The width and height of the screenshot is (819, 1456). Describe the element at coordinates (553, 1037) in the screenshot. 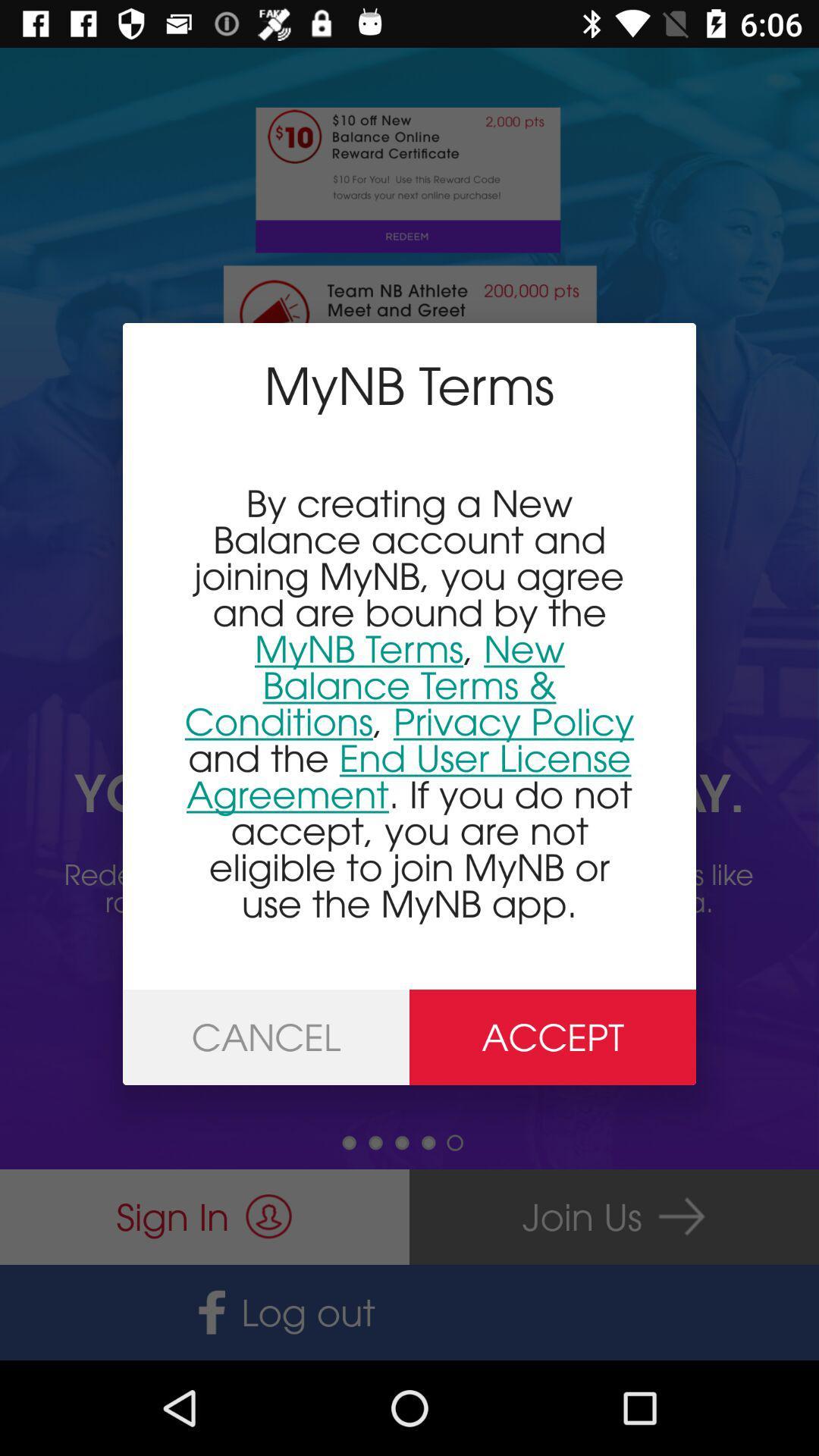

I see `the icon next to cancel` at that location.